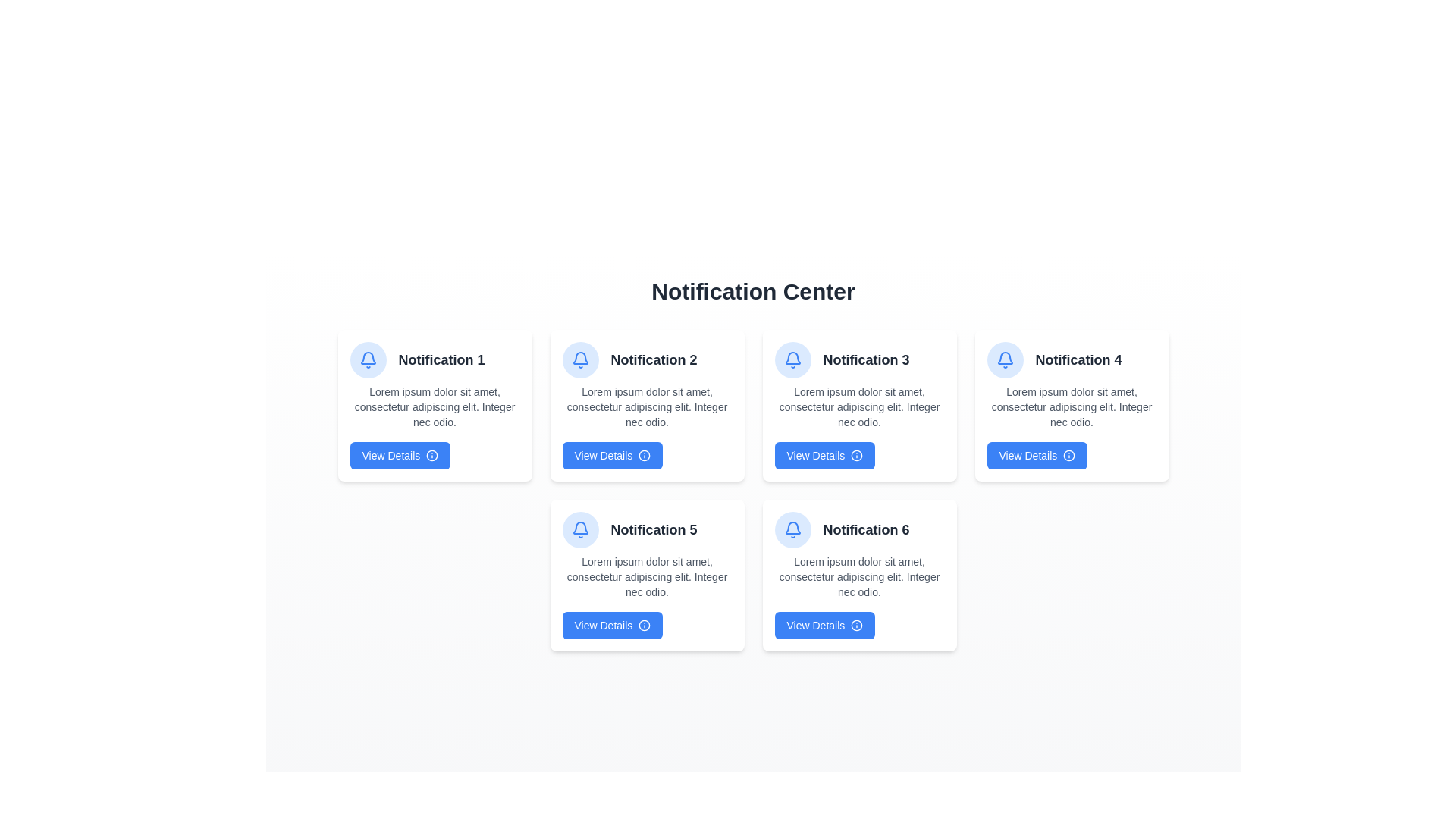 The image size is (1456, 819). I want to click on keyboard navigation, so click(824, 626).